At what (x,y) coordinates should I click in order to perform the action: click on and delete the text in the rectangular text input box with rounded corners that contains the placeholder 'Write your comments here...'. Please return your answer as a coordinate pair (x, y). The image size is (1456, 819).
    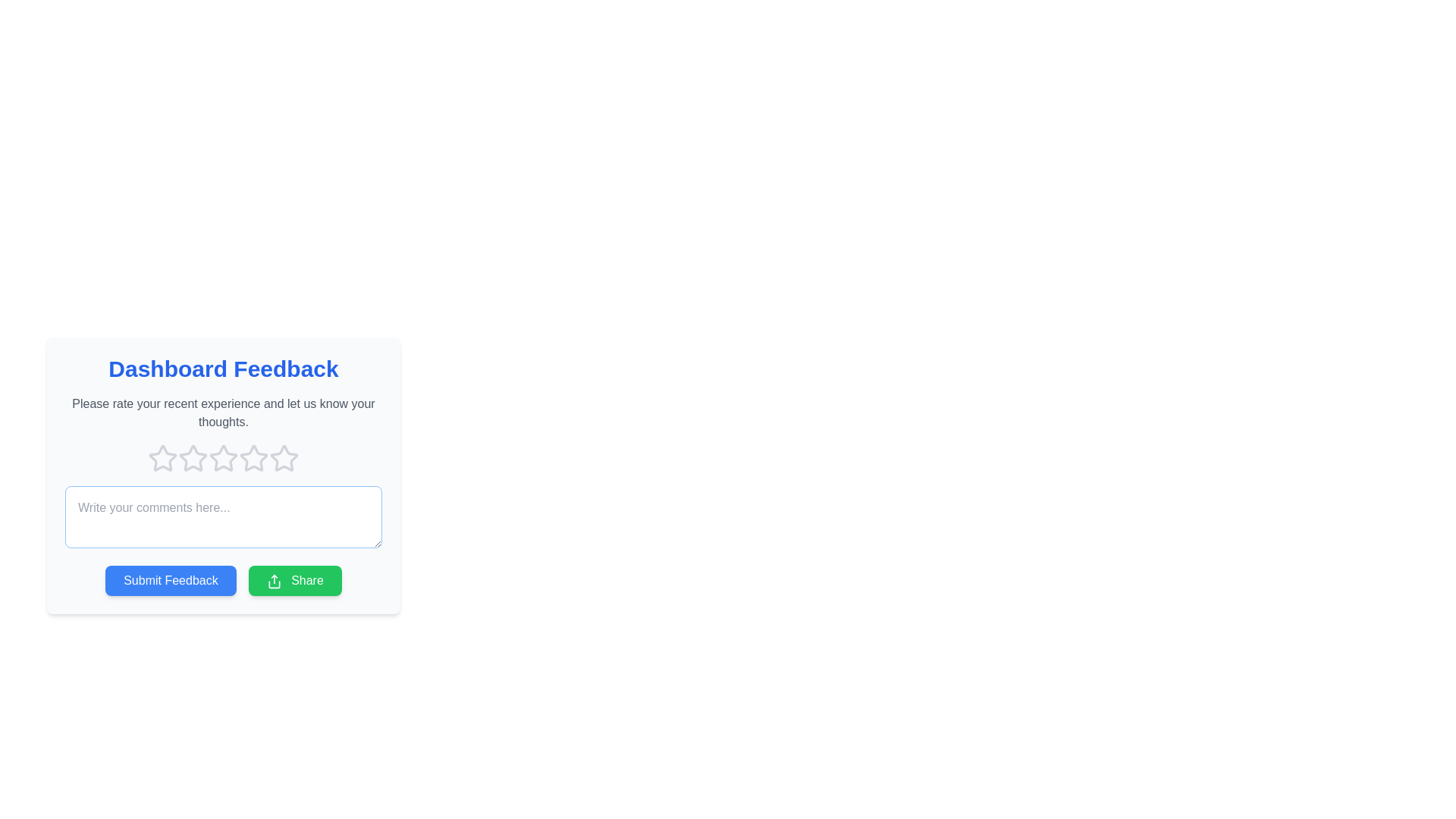
    Looking at the image, I should click on (222, 516).